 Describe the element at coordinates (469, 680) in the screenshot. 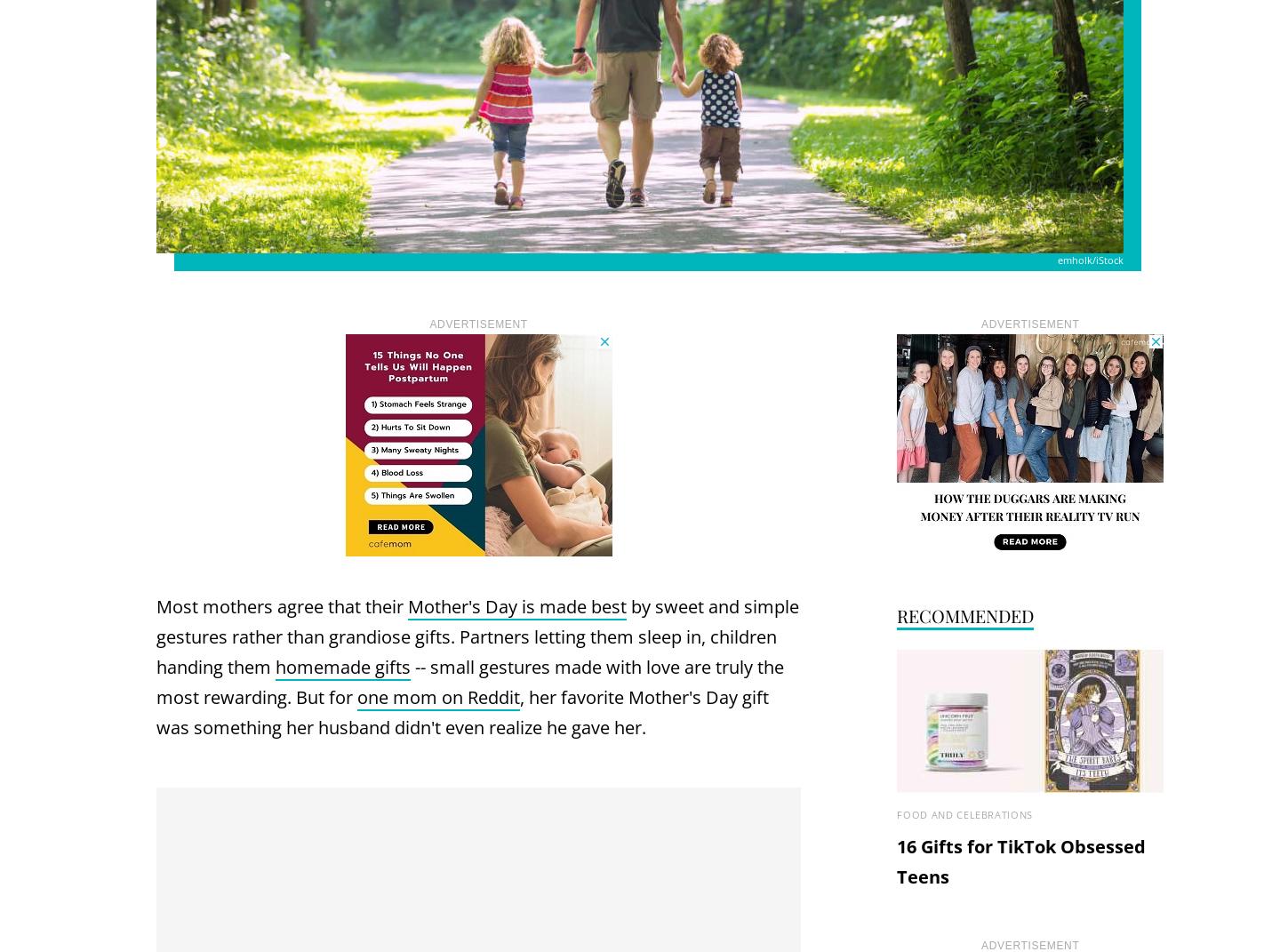

I see `'-- small gestures made with love are truly the most rewarding. But for'` at that location.